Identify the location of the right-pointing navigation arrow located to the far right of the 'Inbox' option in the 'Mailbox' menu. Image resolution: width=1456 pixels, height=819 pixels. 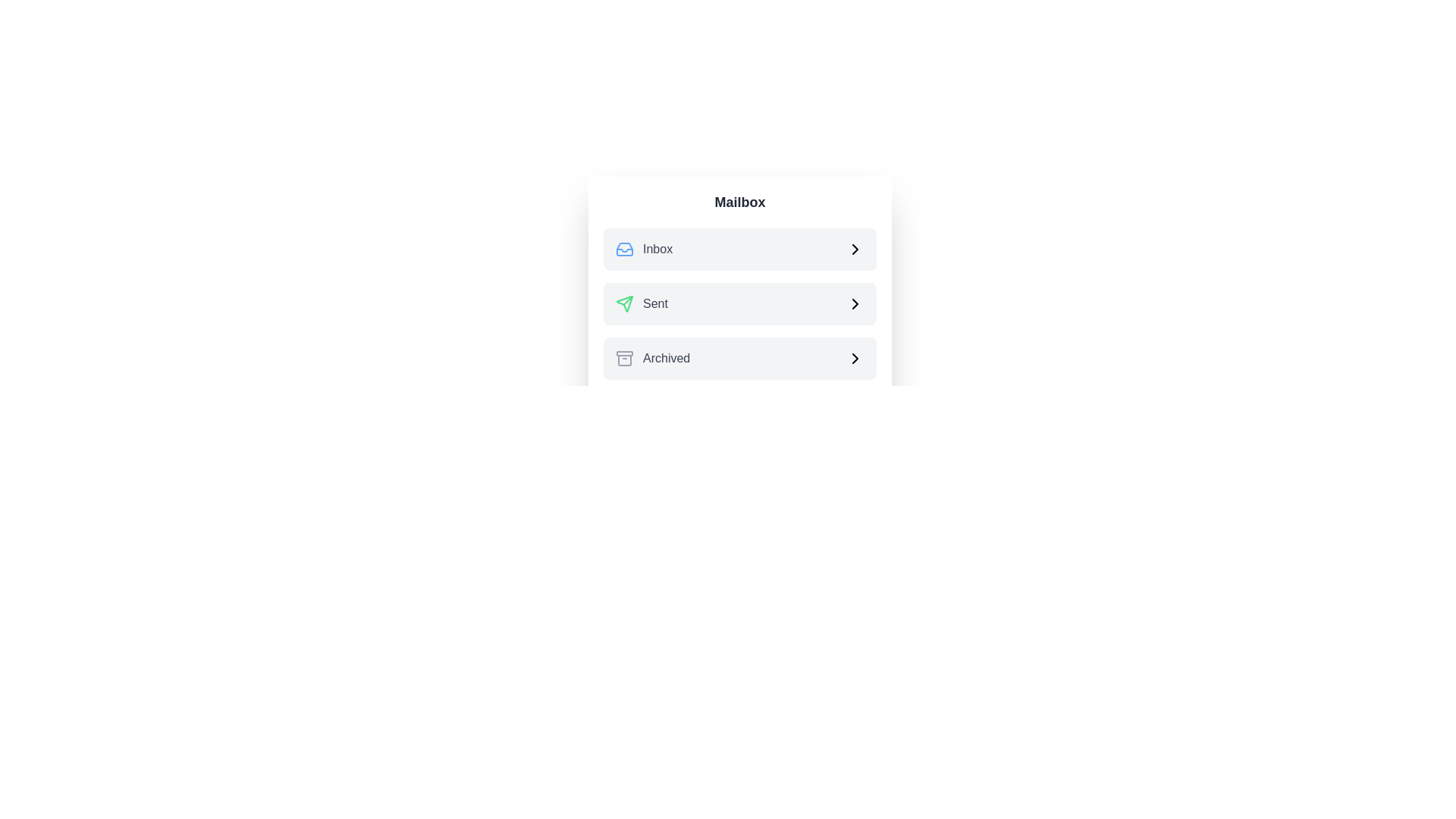
(855, 248).